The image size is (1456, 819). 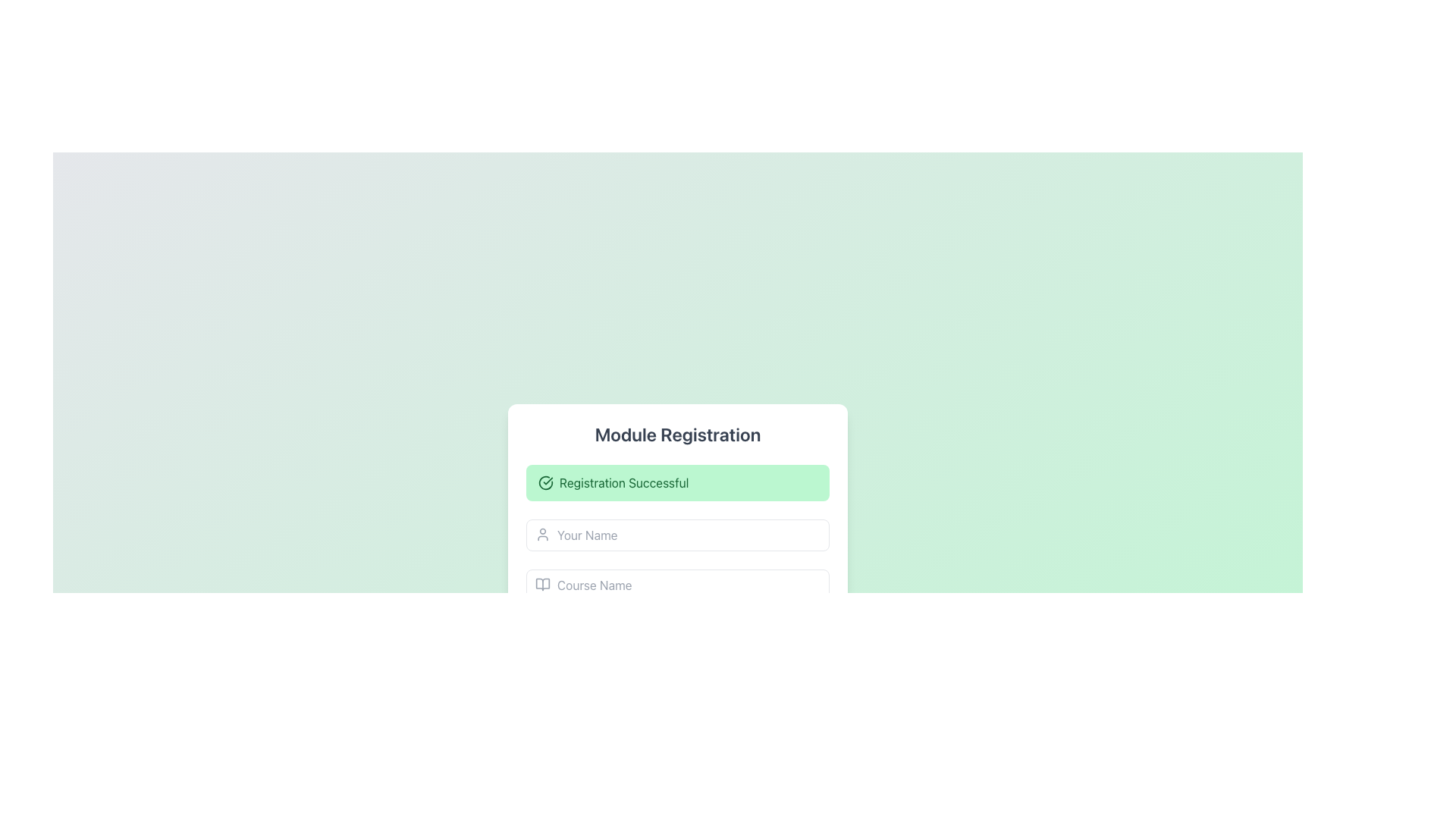 What do you see at coordinates (546, 482) in the screenshot?
I see `the green circular checkmark icon located inside the notification box with the text 'Registration Successful', which is positioned below the heading 'Module Registration'` at bounding box center [546, 482].